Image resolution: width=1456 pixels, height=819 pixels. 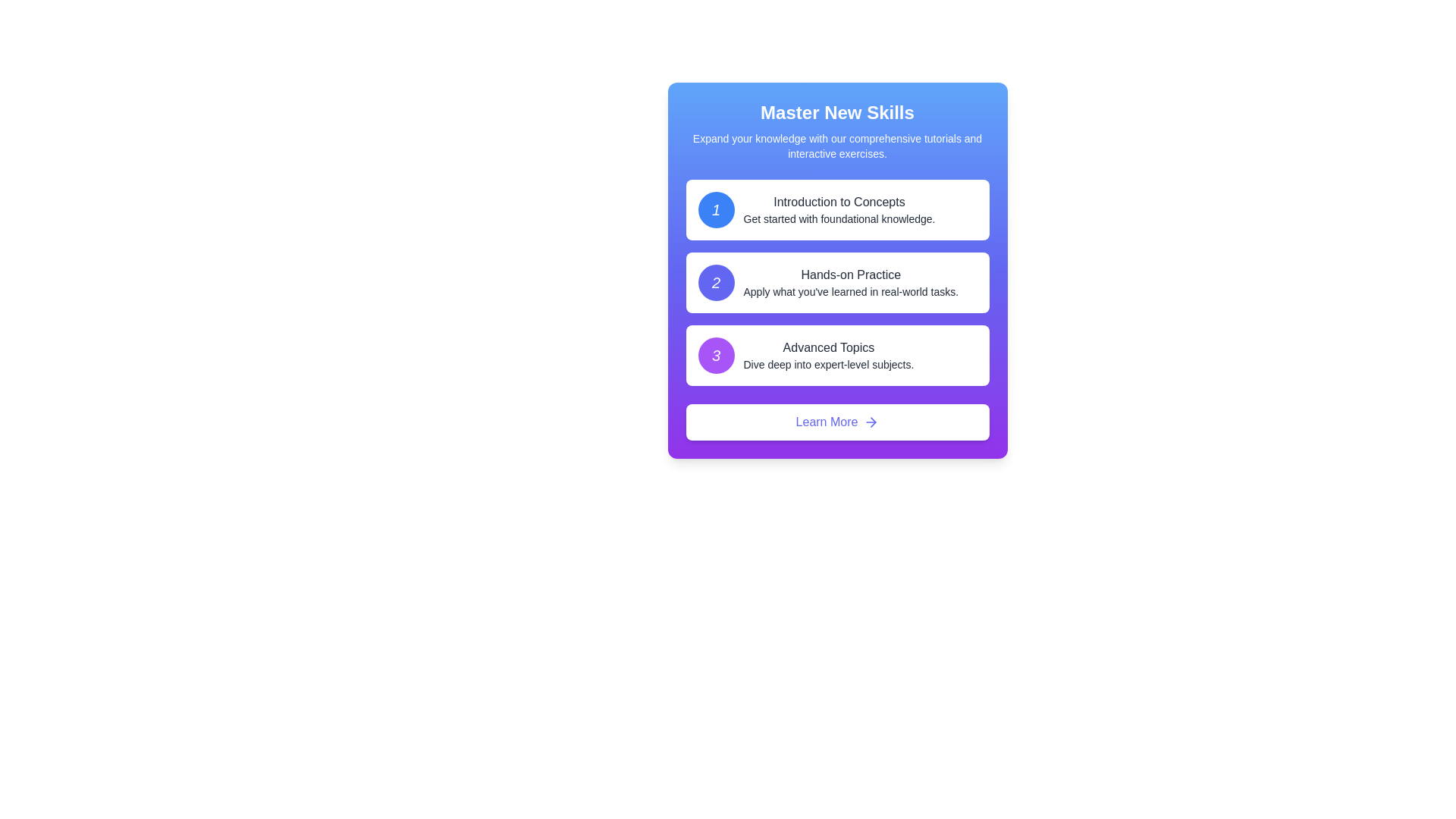 I want to click on the second circular indicator displaying the numeral '2', which serves as a visual indicator in the list of options, so click(x=715, y=283).